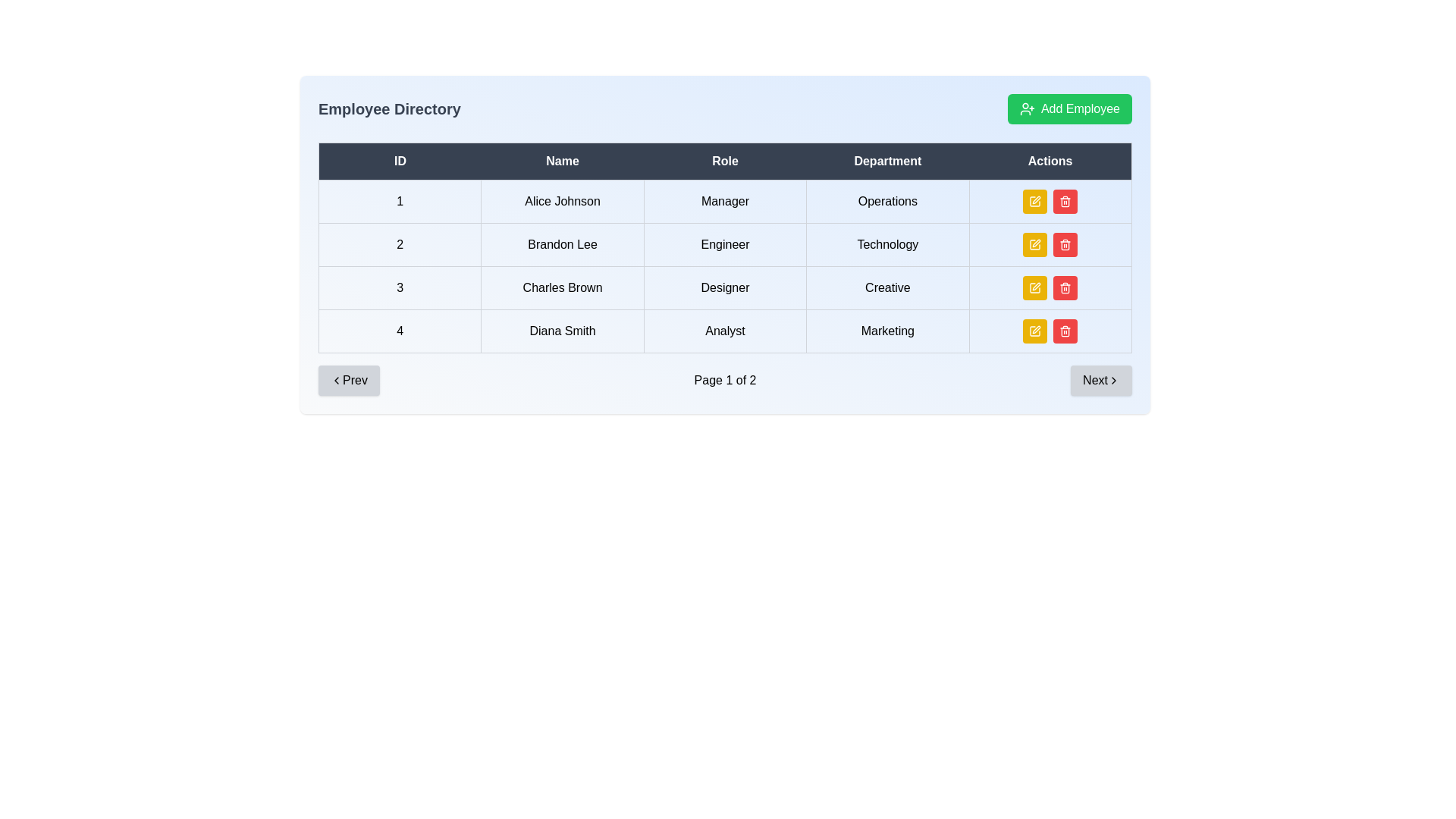  What do you see at coordinates (1034, 244) in the screenshot?
I see `the edit button icon in the second row of the 'Actions' column to initiate the edit function` at bounding box center [1034, 244].